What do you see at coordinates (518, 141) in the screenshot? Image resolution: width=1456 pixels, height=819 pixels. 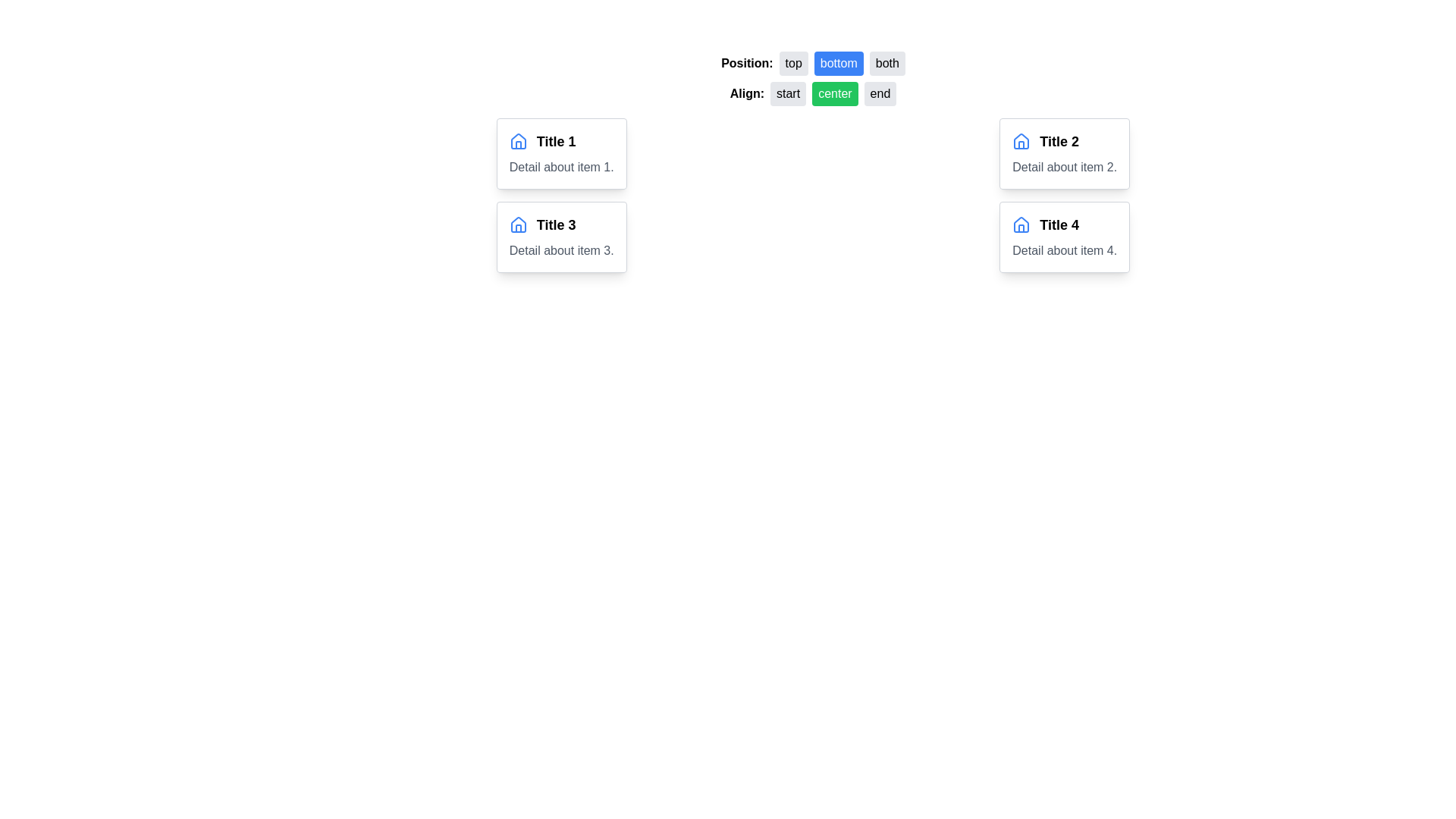 I see `the blue house SVG icon located in the header section of the card titled 'Title 1', positioned next to the text 'Title 1'` at bounding box center [518, 141].